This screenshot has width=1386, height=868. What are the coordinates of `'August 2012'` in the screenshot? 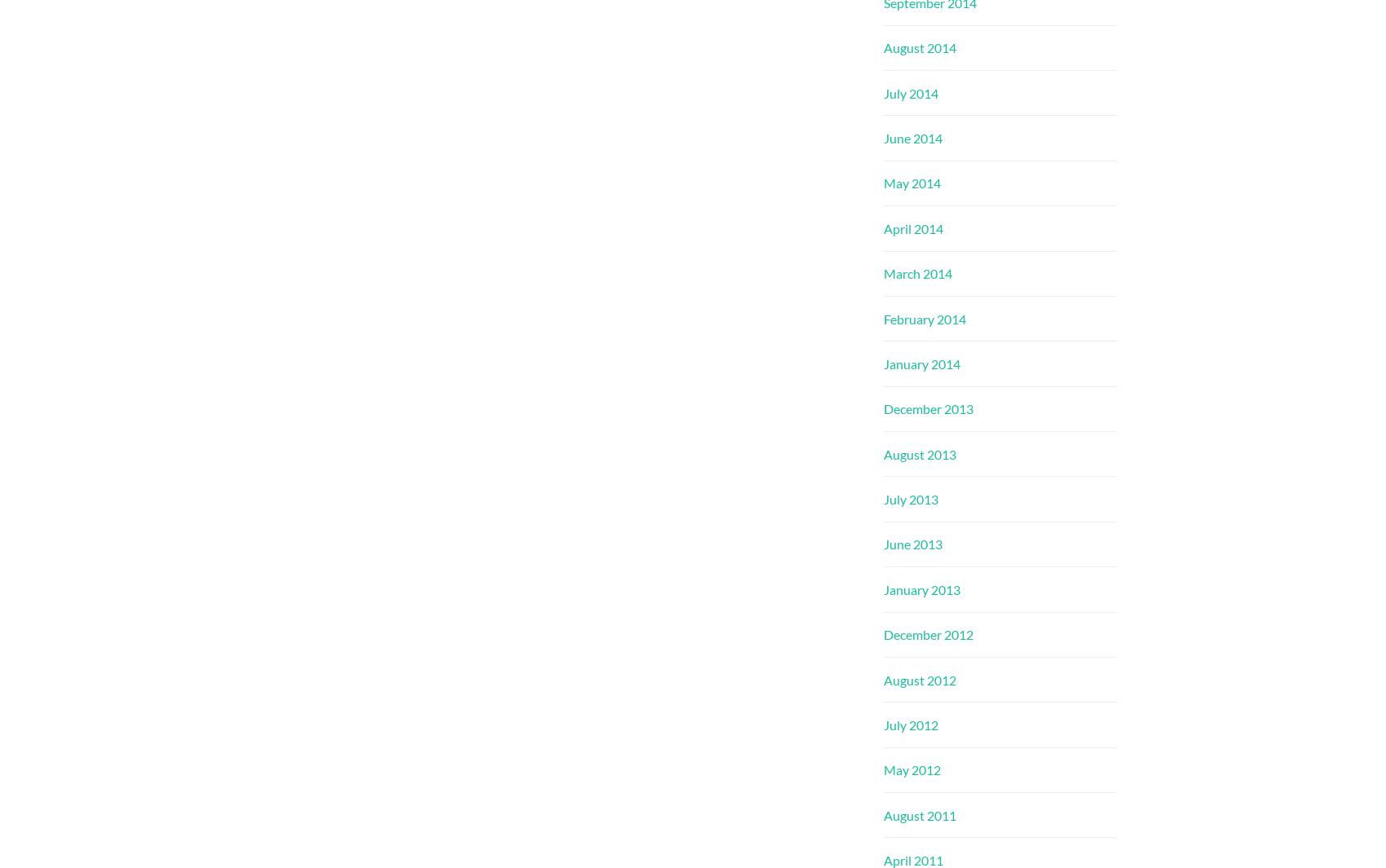 It's located at (920, 679).